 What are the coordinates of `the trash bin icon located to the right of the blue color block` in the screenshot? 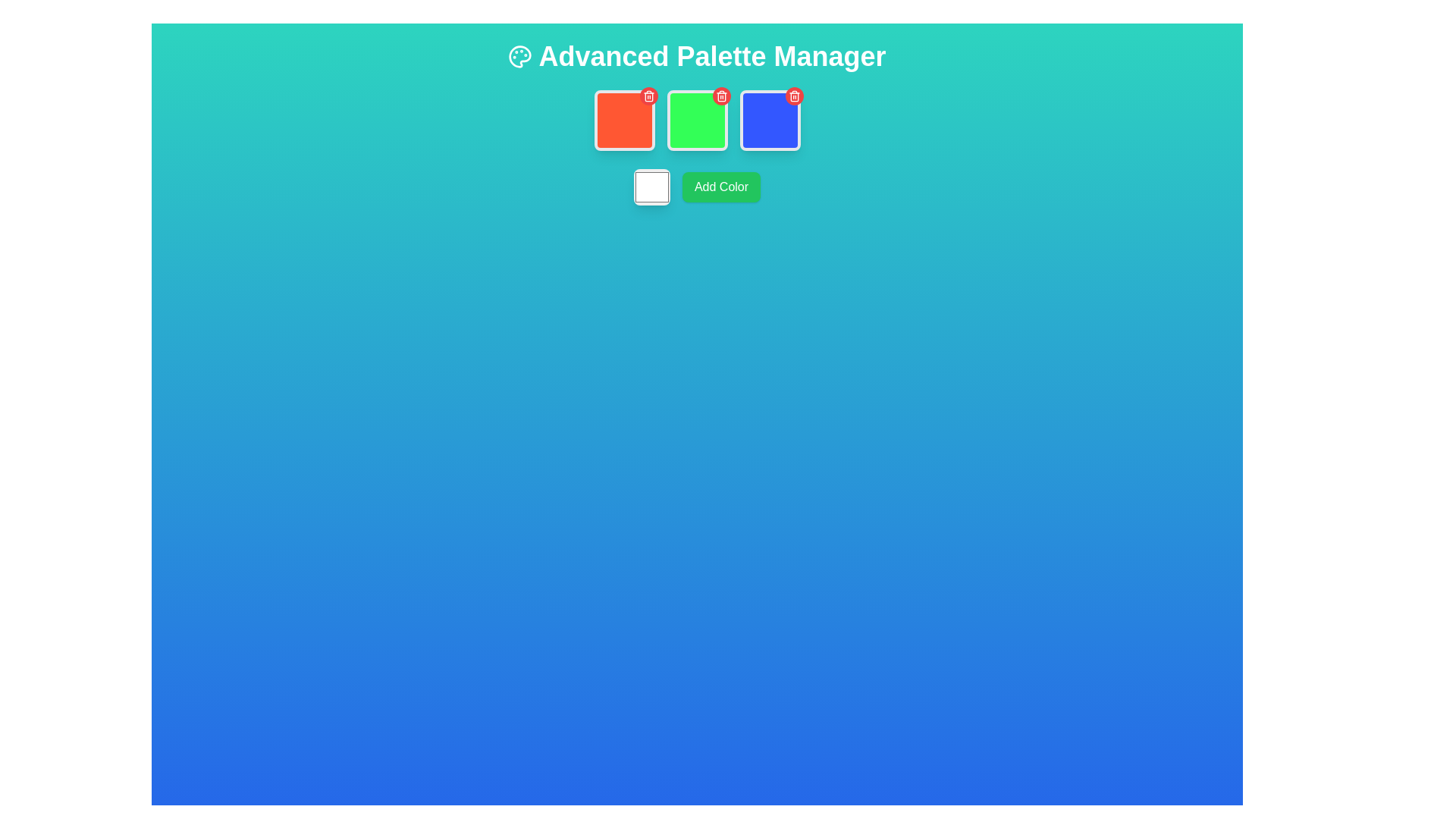 It's located at (793, 97).